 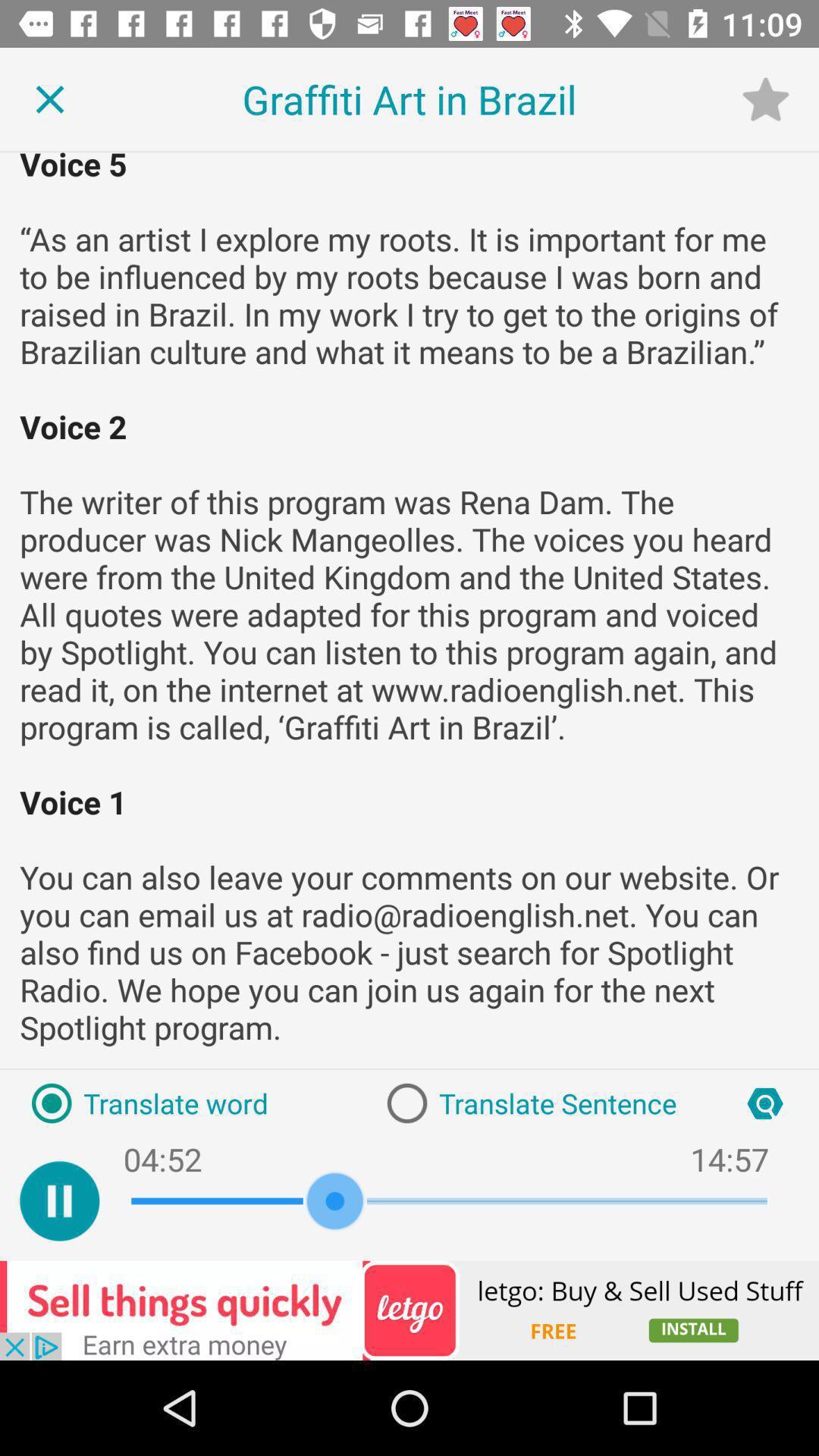 What do you see at coordinates (58, 1200) in the screenshot?
I see `the pause icon` at bounding box center [58, 1200].